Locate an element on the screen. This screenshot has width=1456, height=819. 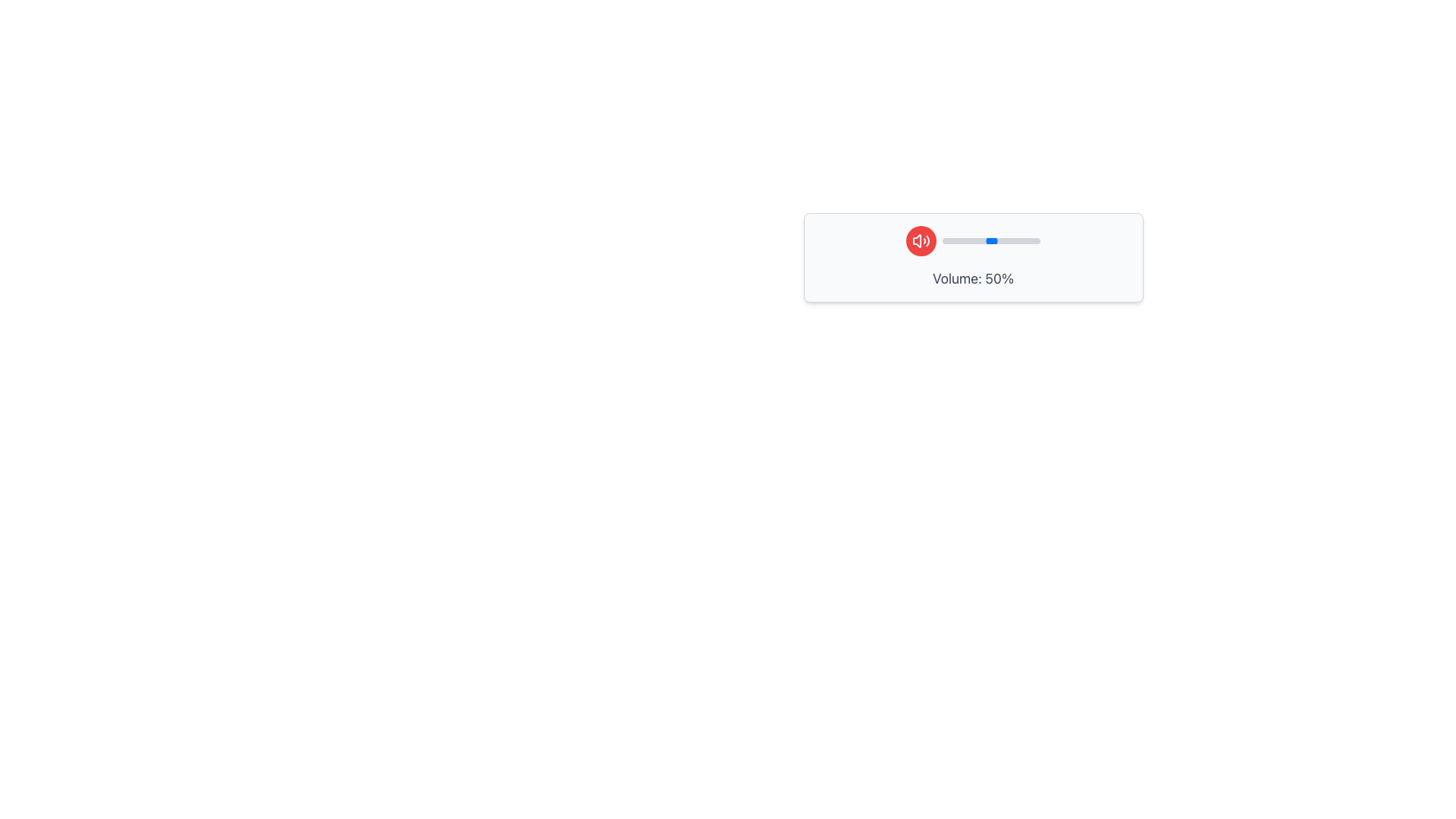
volume is located at coordinates (1006, 240).